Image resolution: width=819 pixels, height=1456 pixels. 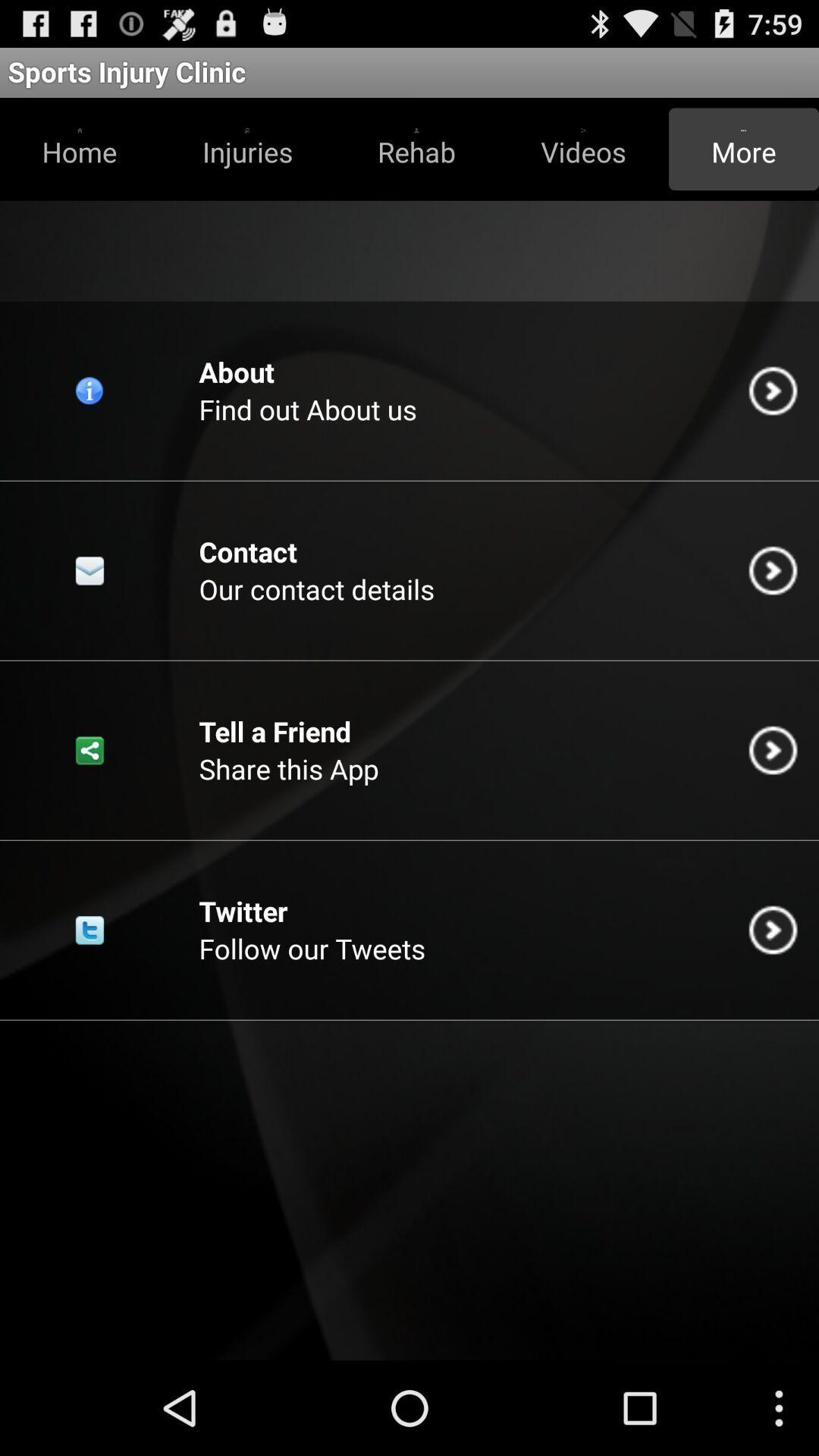 I want to click on the more icon, so click(x=742, y=149).